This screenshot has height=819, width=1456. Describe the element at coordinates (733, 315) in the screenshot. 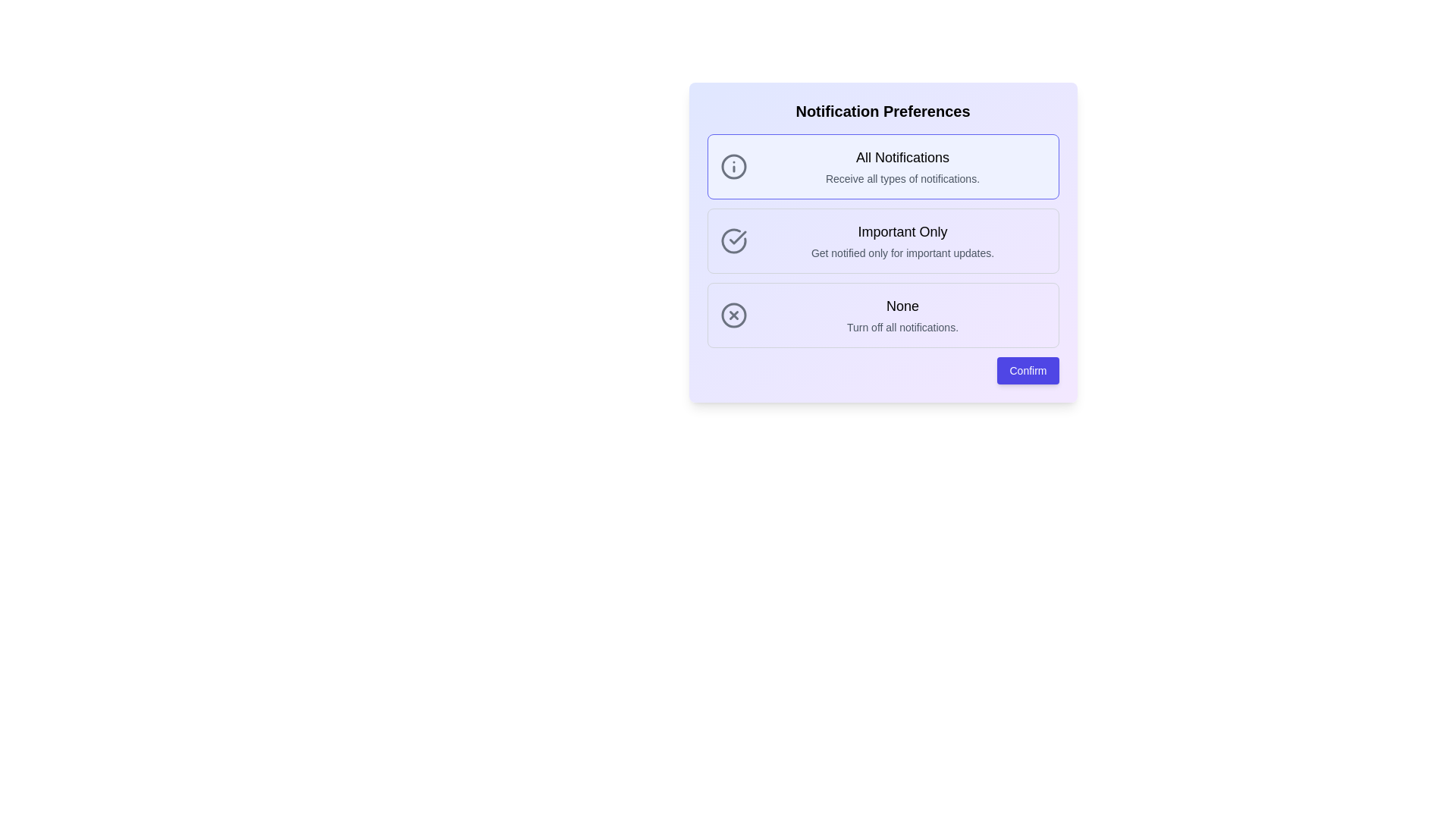

I see `the circular icon with a gray stroke and a centered 'X' mark, which represents the 'None' option in the notification preferences modal, located to the left of the text 'Turn off all notifications.'` at that location.